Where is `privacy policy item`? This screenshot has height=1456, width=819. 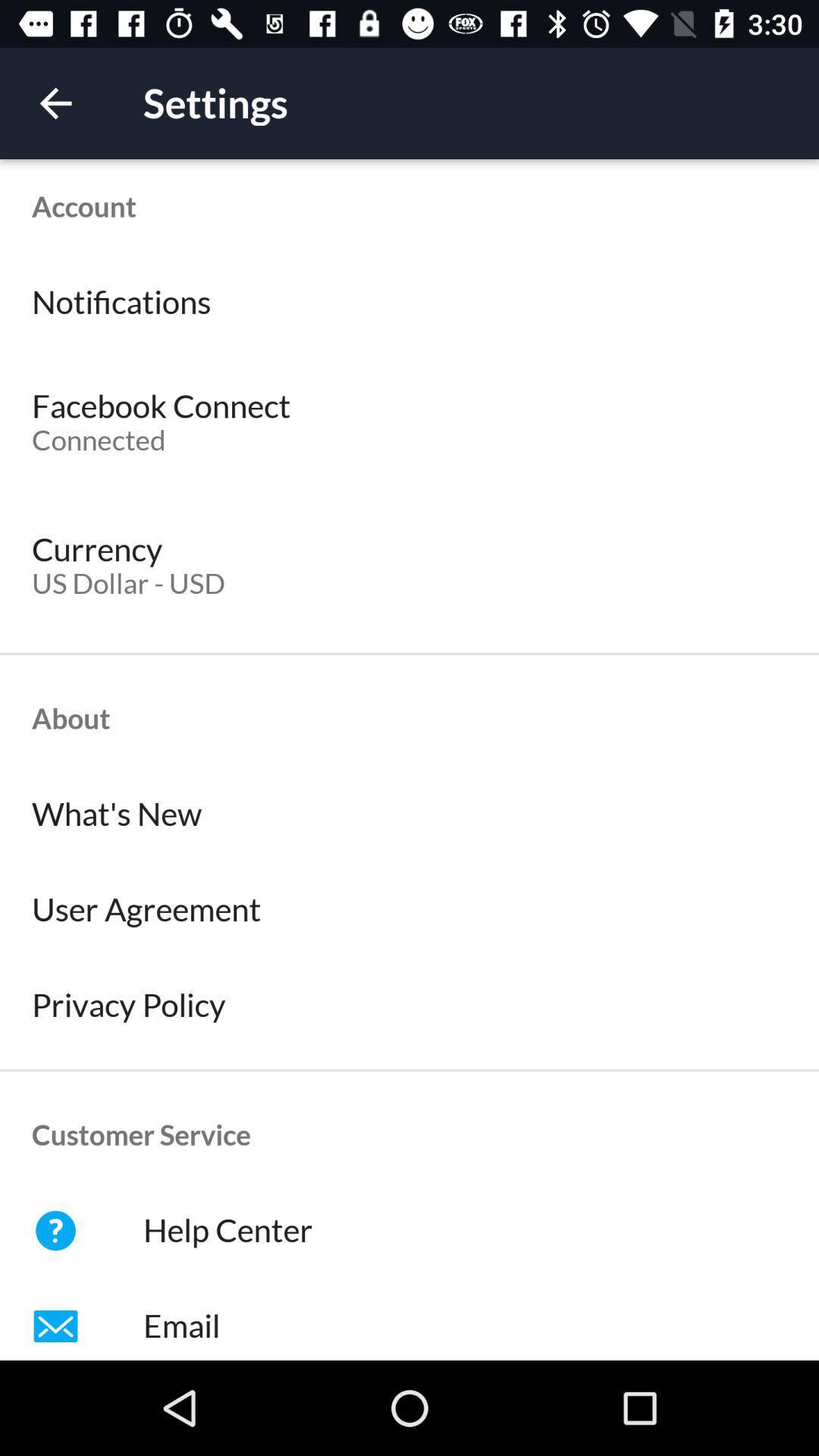 privacy policy item is located at coordinates (409, 1005).